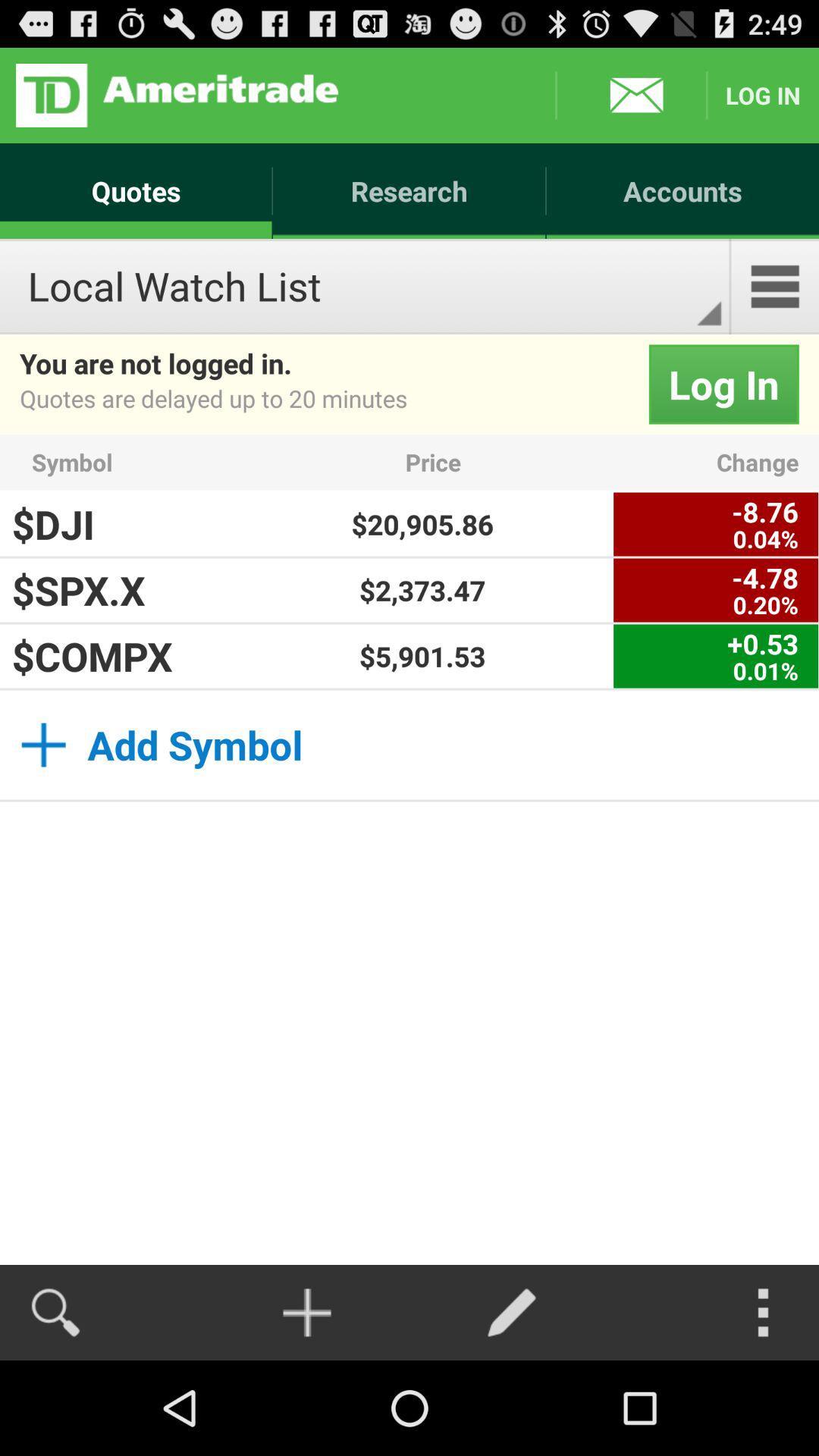  I want to click on the menu icon, so click(775, 306).